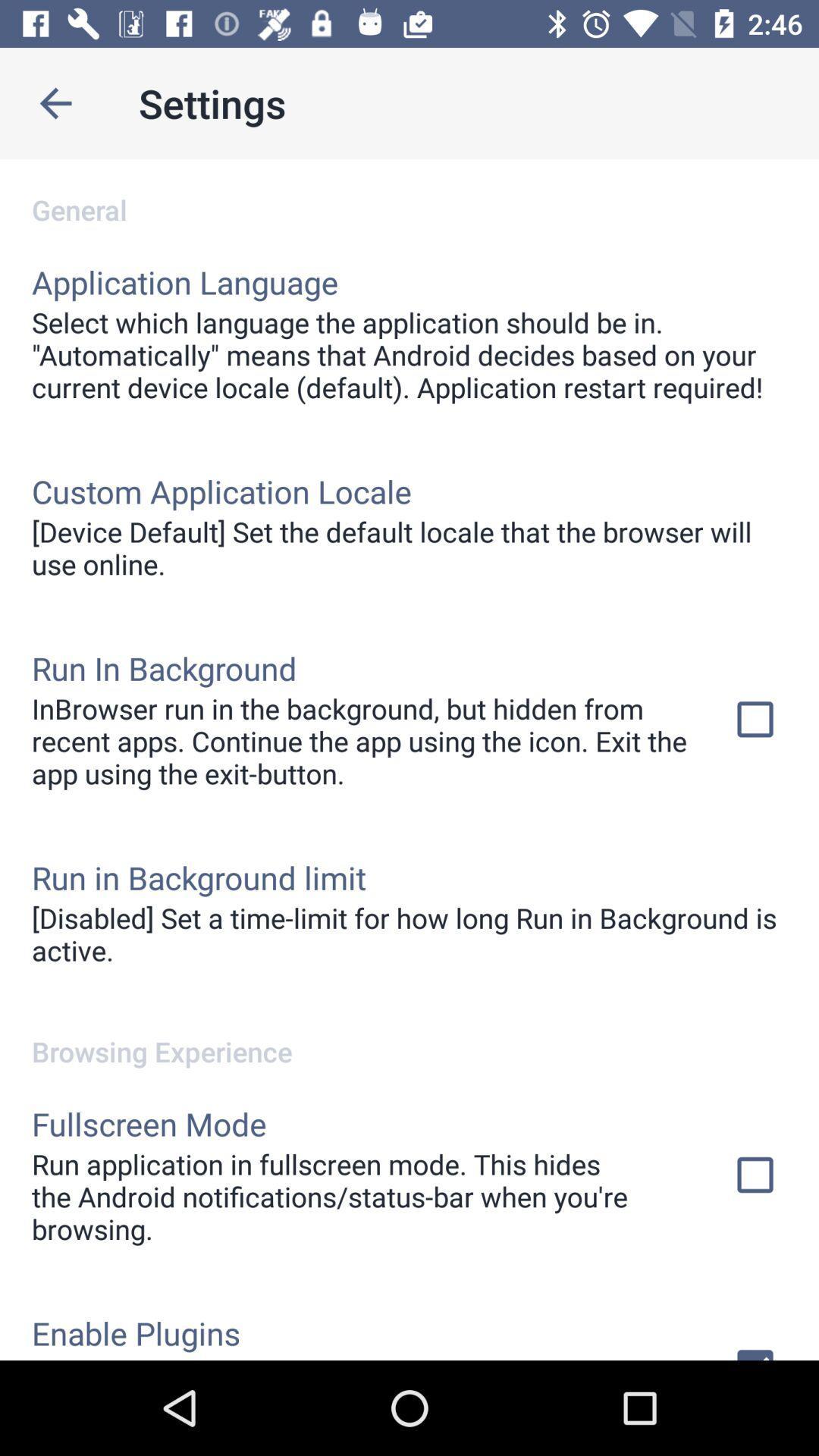 The image size is (819, 1456). What do you see at coordinates (409, 193) in the screenshot?
I see `the general` at bounding box center [409, 193].